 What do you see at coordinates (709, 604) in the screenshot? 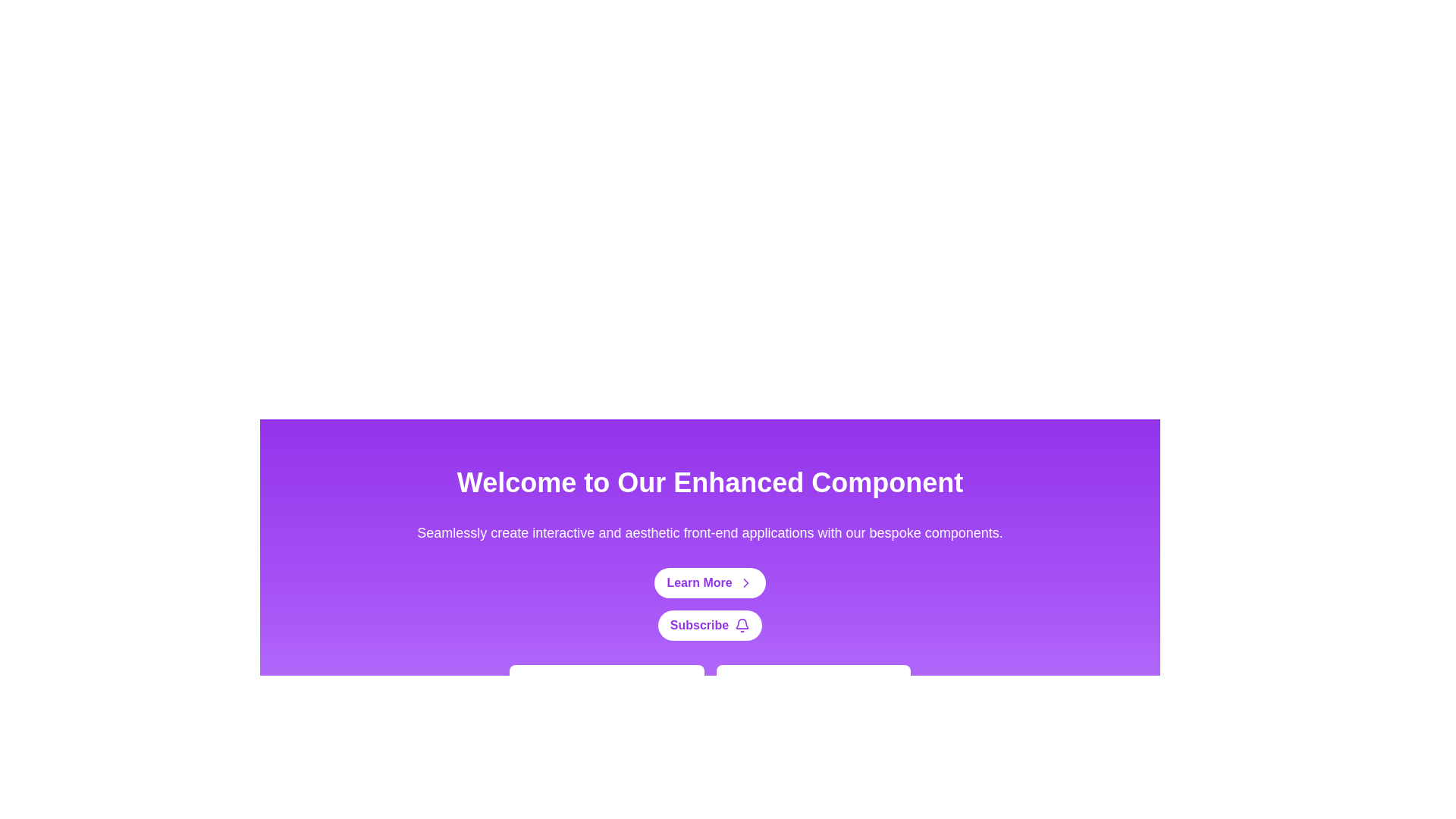
I see `the vertically stacked buttons labeled 'Learn More' and 'Subscribe'` at bounding box center [709, 604].